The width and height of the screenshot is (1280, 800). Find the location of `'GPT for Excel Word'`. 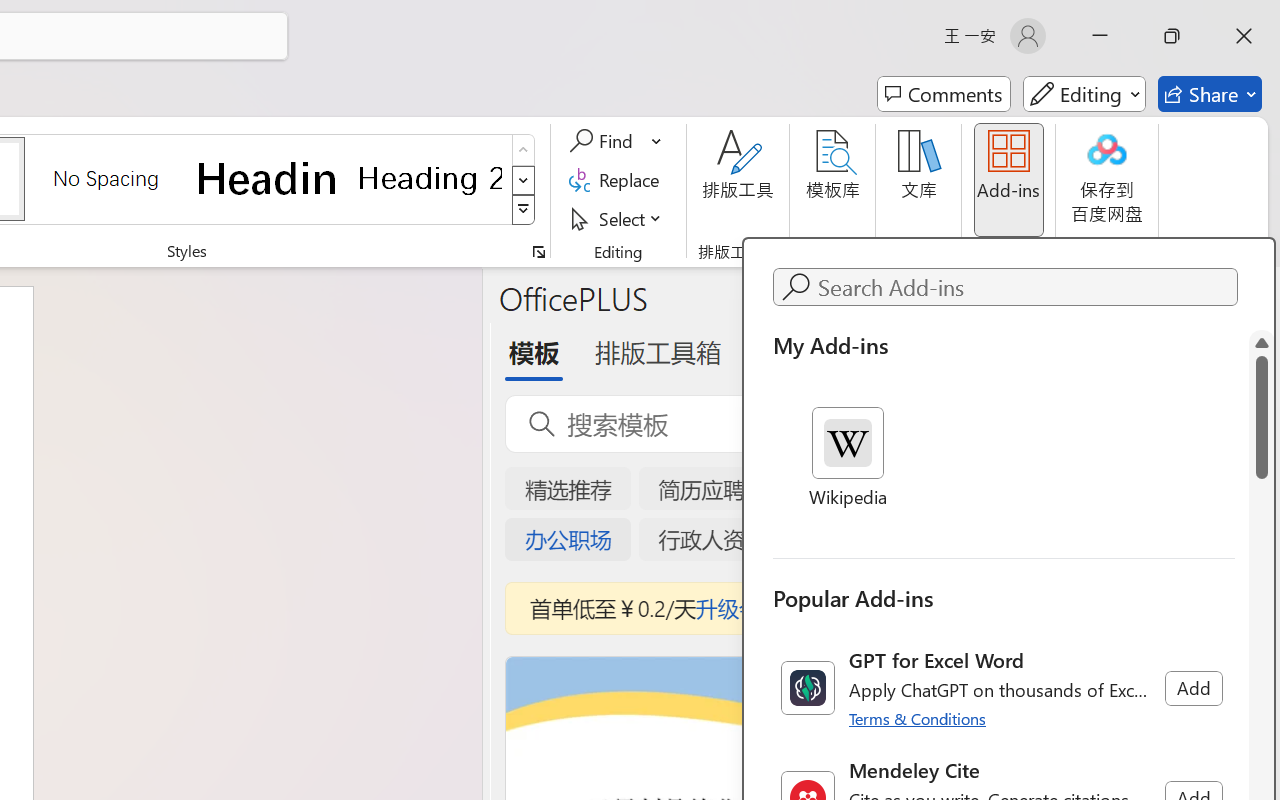

'GPT for Excel Word' is located at coordinates (1004, 688).